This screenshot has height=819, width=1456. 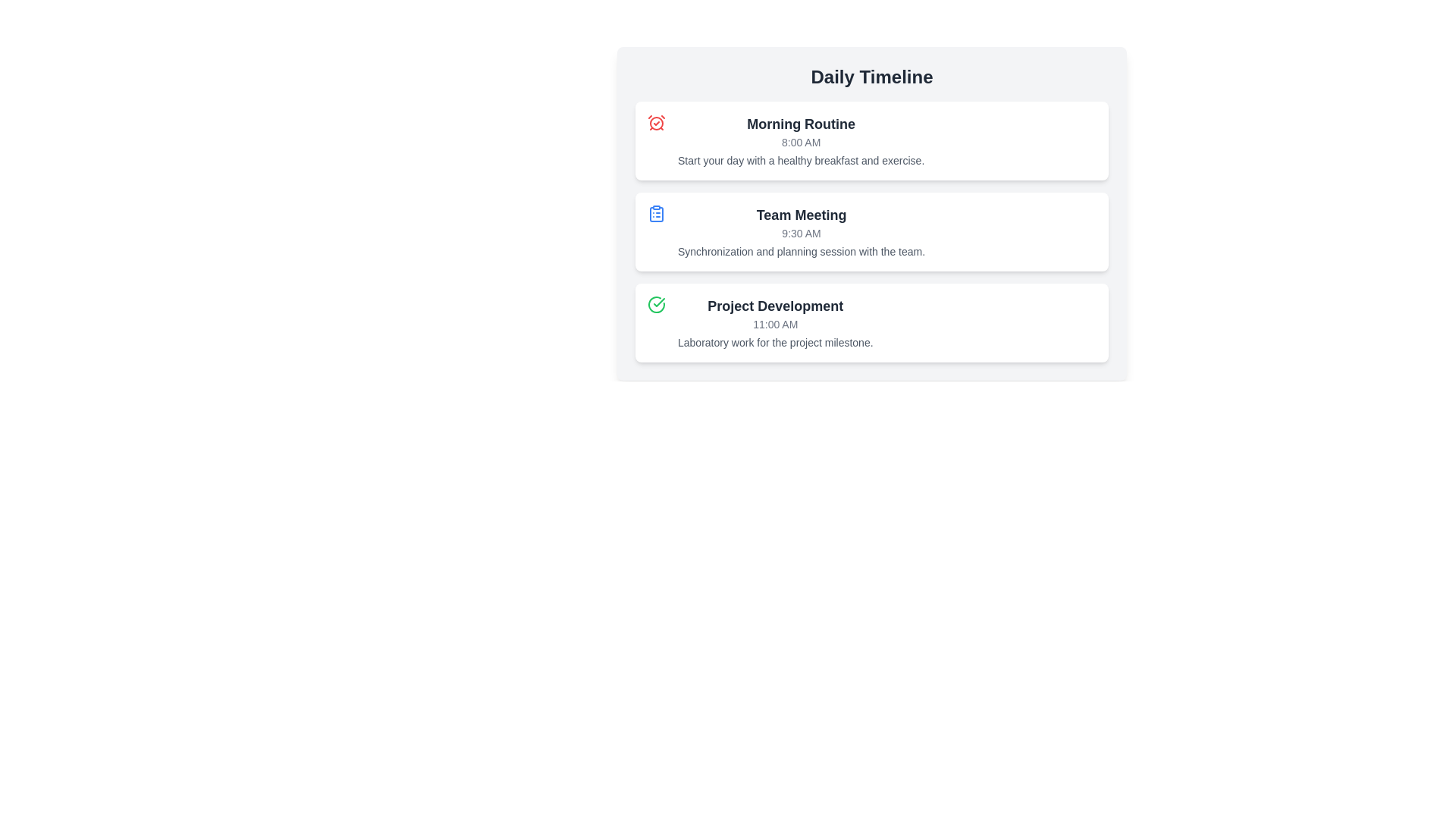 I want to click on the center of the clock icon representing the first item in the daily timeline list, which indicates the 'Morning Routine', so click(x=656, y=122).